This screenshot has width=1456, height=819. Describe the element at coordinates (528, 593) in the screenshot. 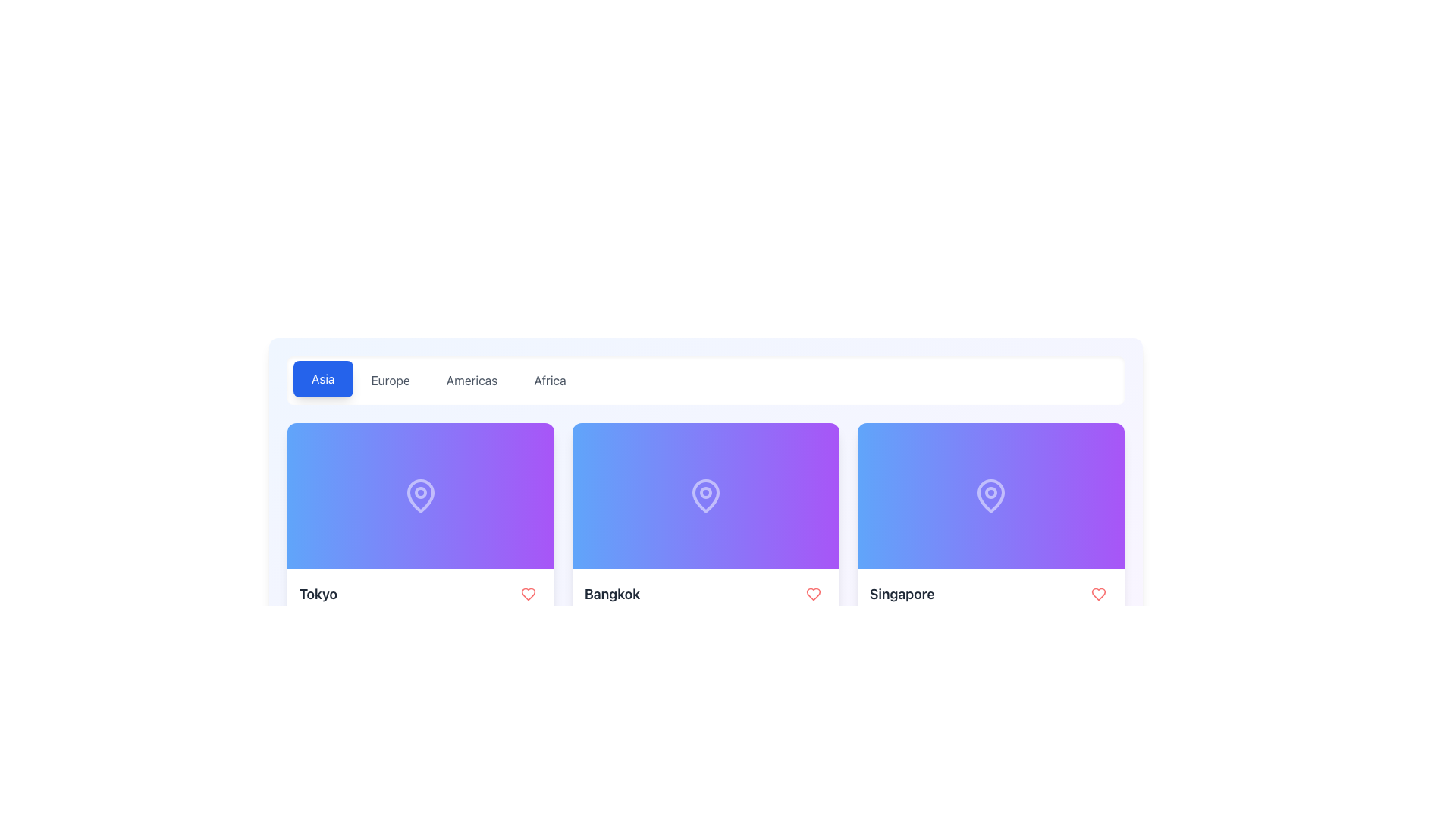

I see `the heart icon located at the bottom-right corner of the 'Bangkok' card to mark the item as favorite` at that location.